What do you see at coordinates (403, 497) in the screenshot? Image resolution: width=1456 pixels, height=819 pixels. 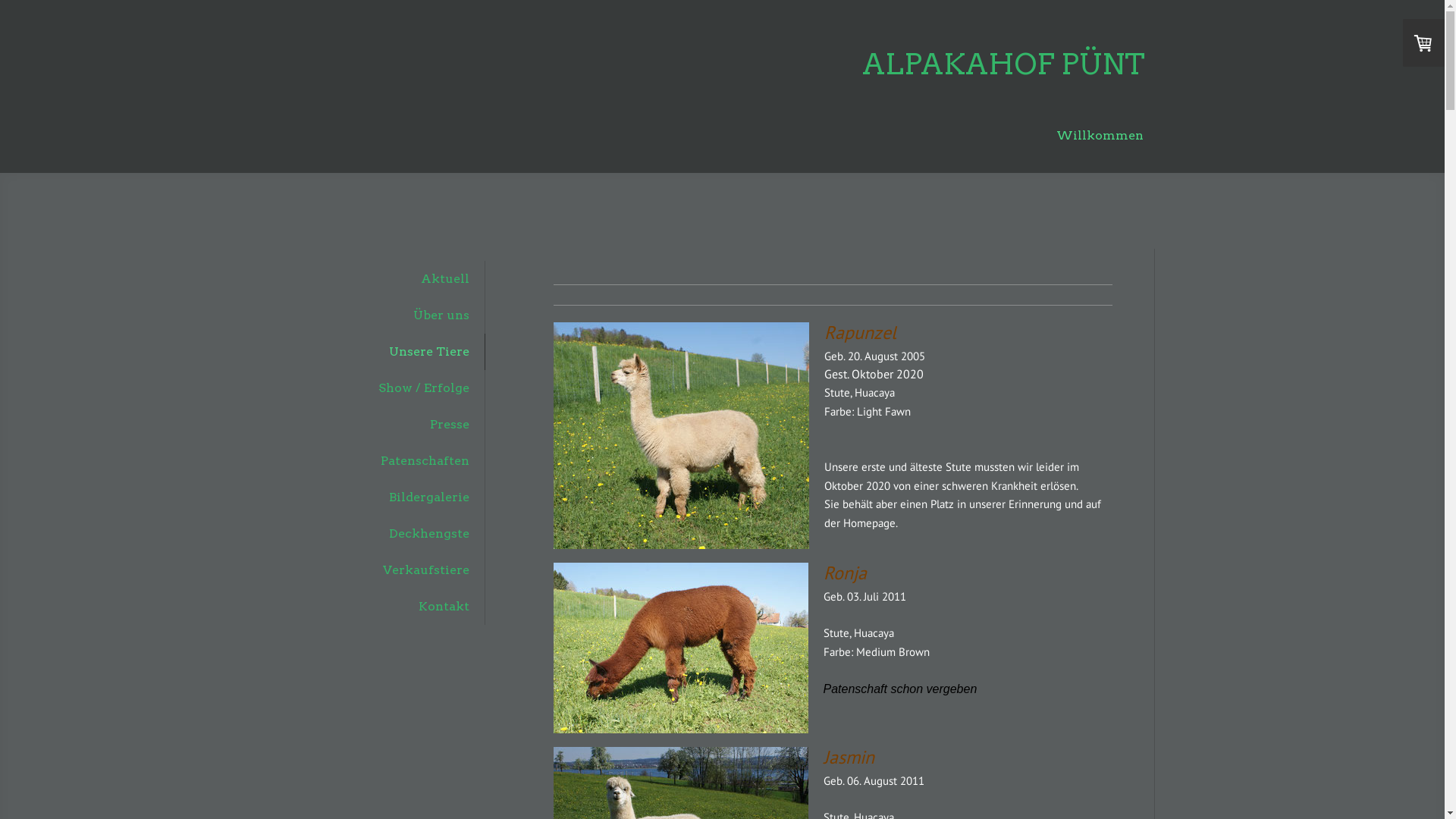 I see `'Bildergalerie'` at bounding box center [403, 497].